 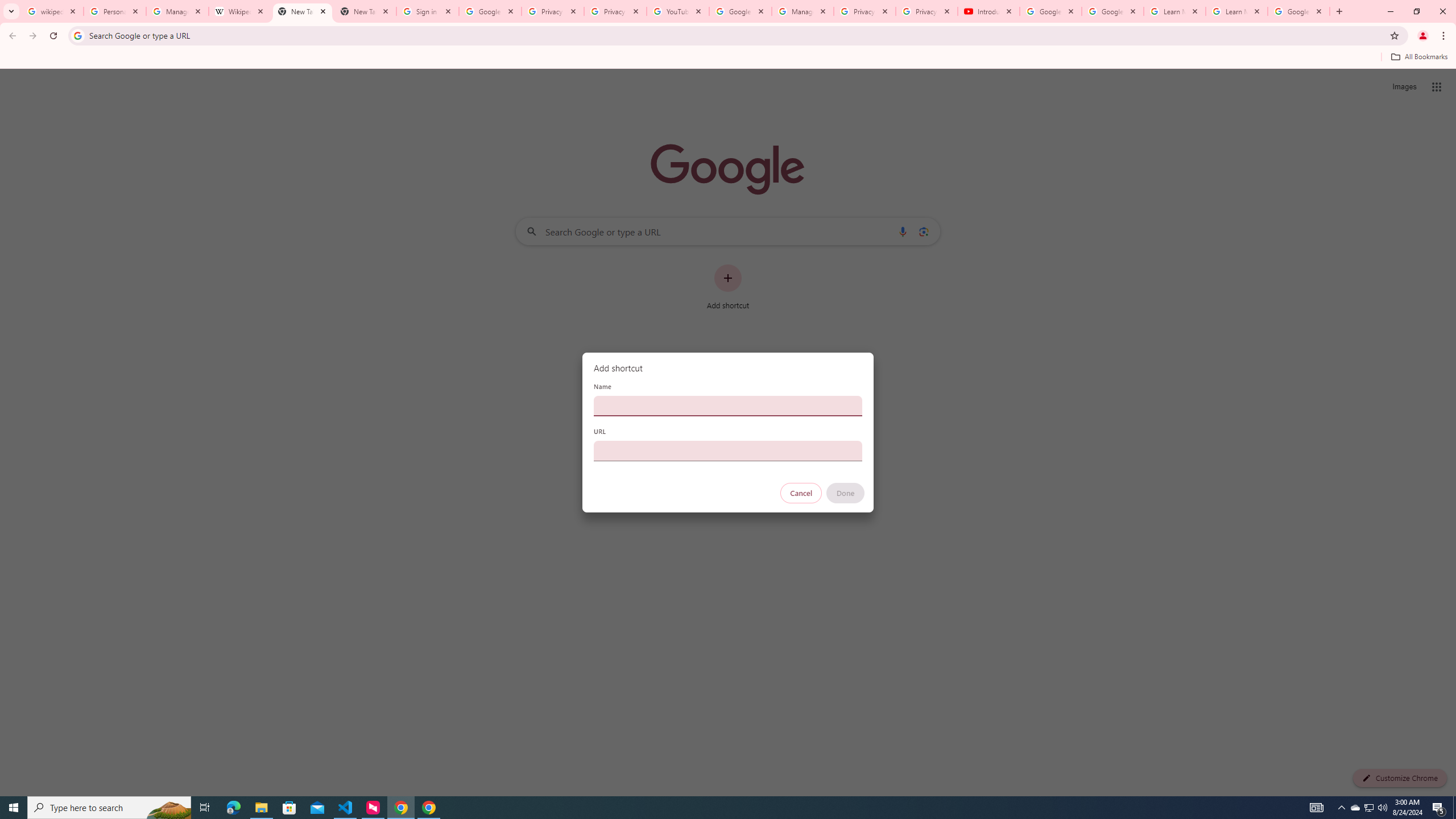 I want to click on 'Google Account Help', so click(x=1050, y=11).